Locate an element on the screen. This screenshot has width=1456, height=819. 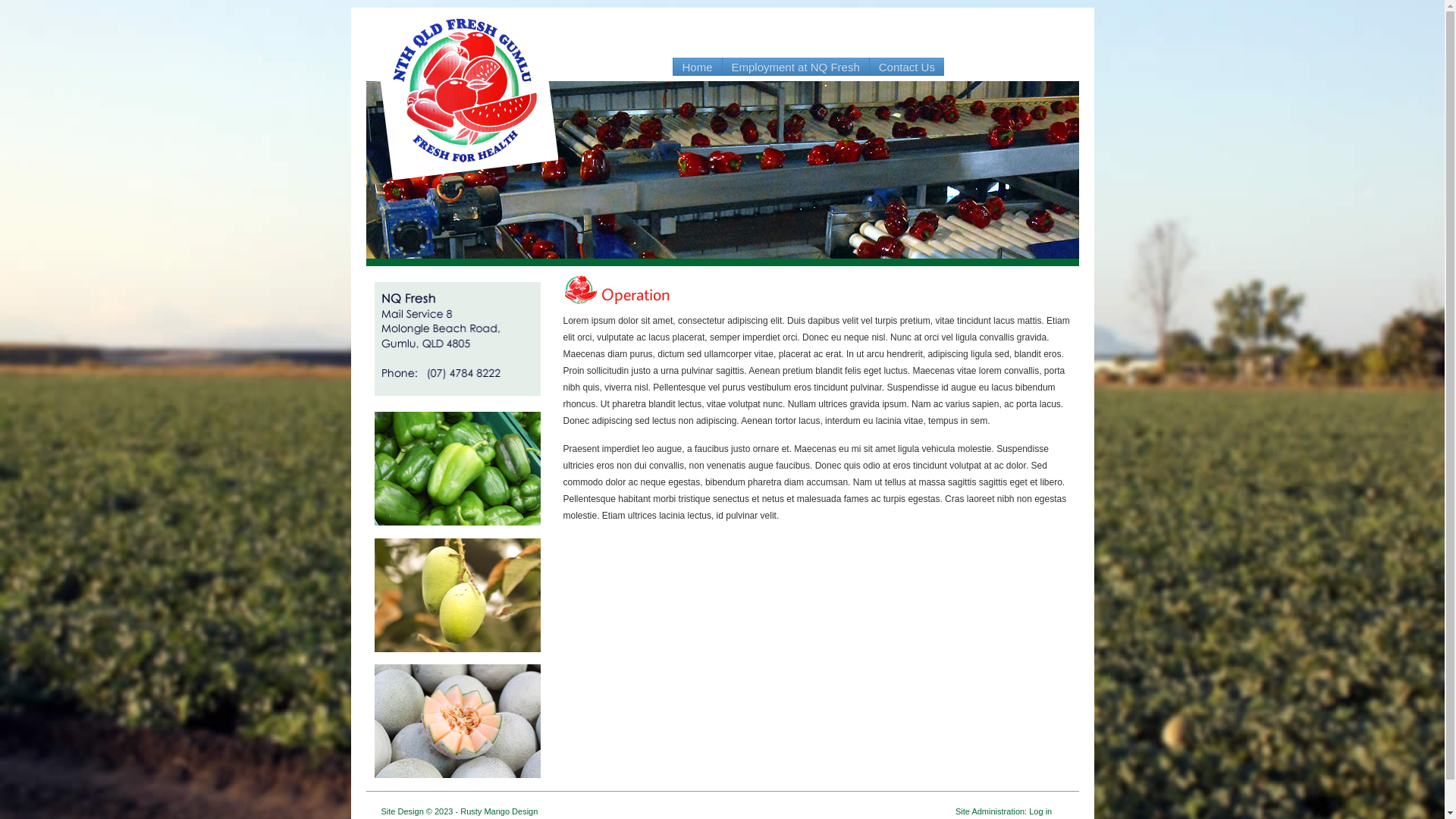
'Rusty Mango Design' is located at coordinates (498, 810).